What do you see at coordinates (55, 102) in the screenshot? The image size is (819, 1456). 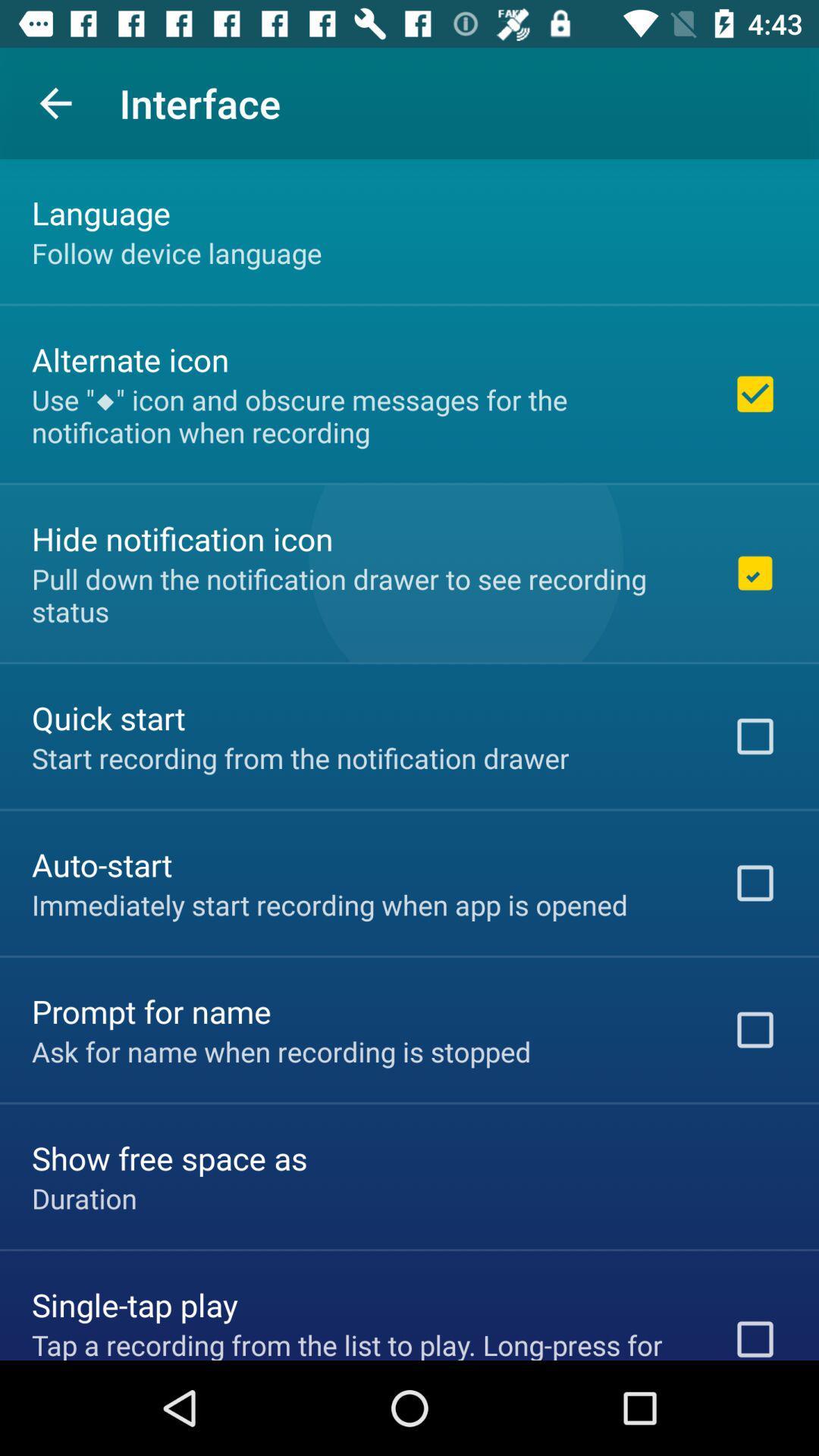 I see `the icon above the language item` at bounding box center [55, 102].